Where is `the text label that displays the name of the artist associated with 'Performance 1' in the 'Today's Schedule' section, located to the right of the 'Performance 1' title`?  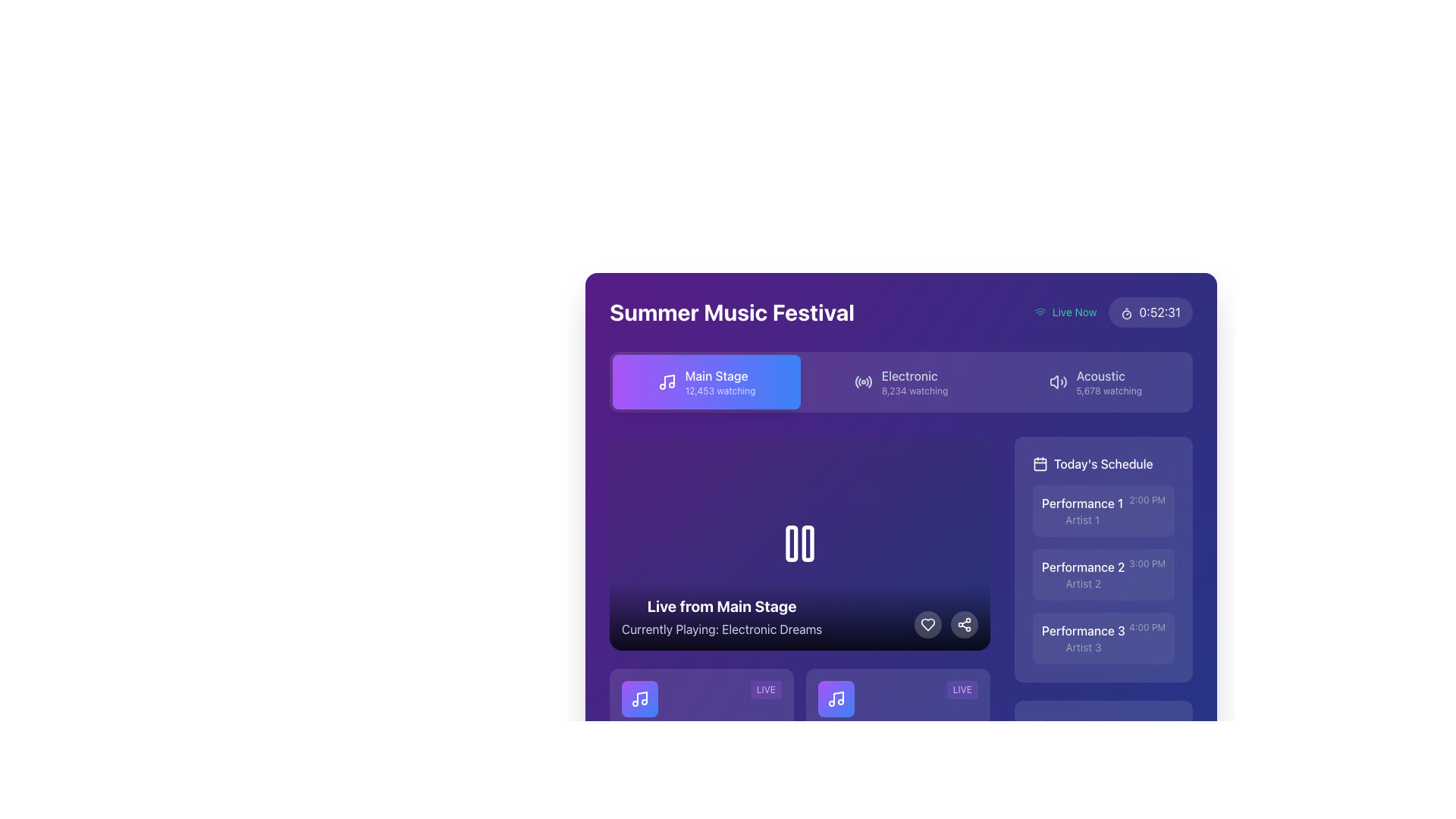 the text label that displays the name of the artist associated with 'Performance 1' in the 'Today's Schedule' section, located to the right of the 'Performance 1' title is located at coordinates (1081, 519).